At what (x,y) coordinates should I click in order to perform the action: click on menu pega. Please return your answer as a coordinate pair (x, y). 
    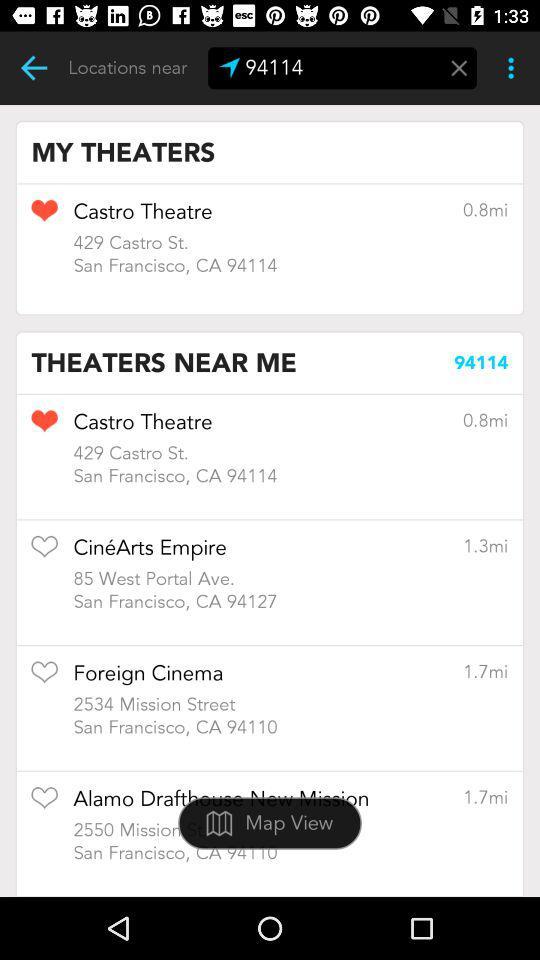
    Looking at the image, I should click on (459, 68).